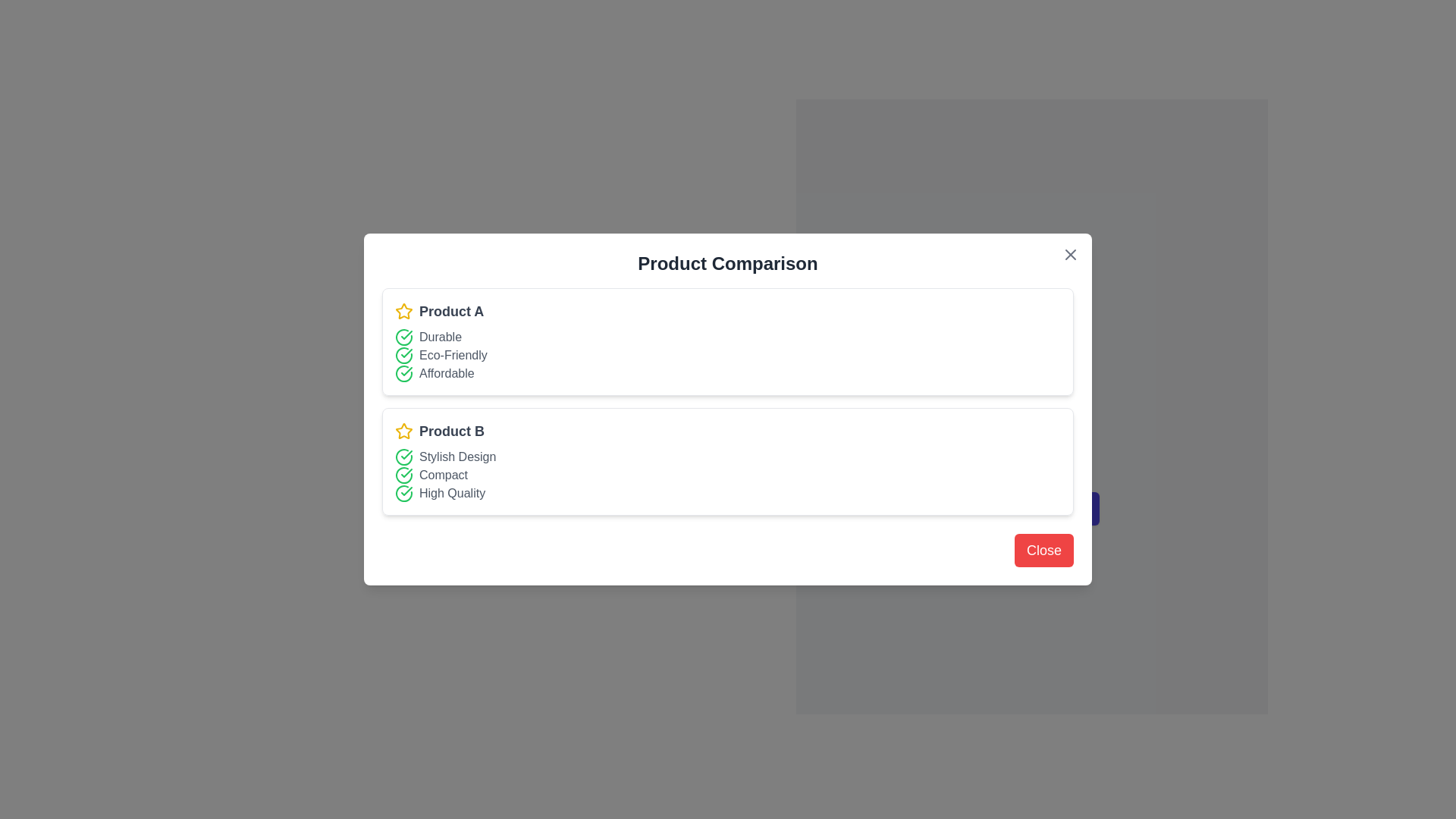  I want to click on the close button icon located at the top-right corner of the modal dialog, so click(1069, 253).